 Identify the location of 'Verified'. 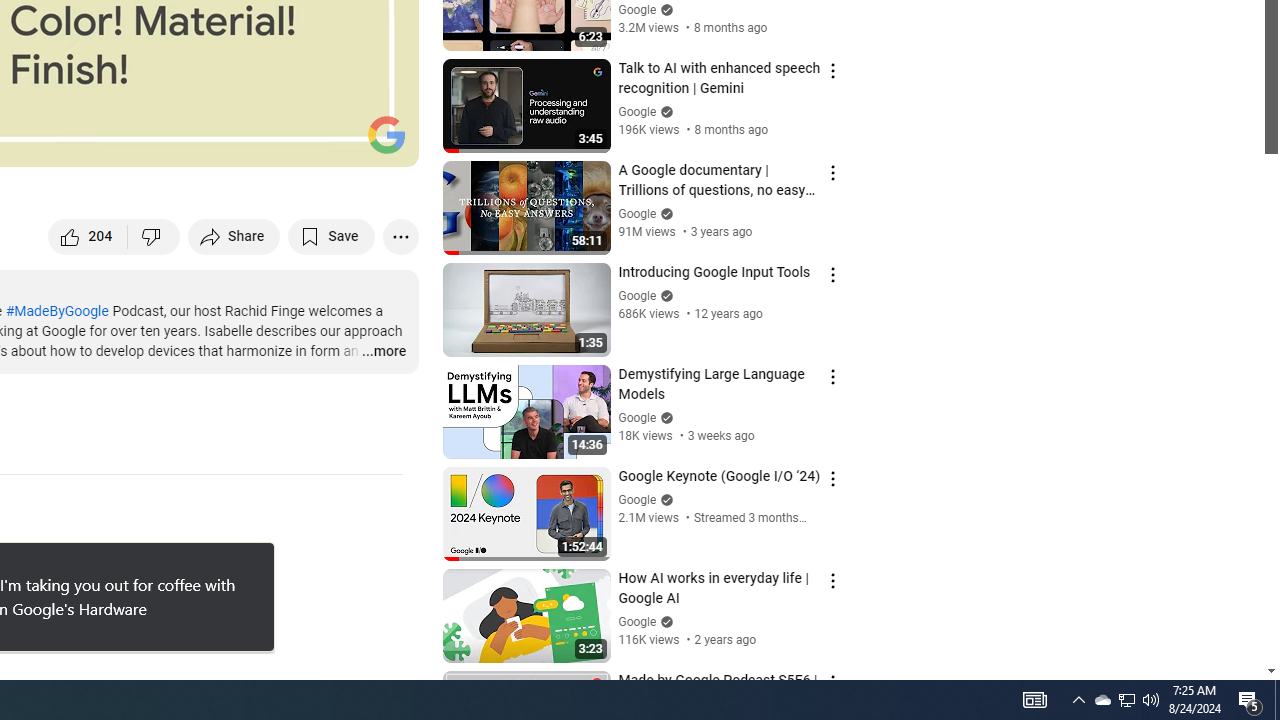
(664, 620).